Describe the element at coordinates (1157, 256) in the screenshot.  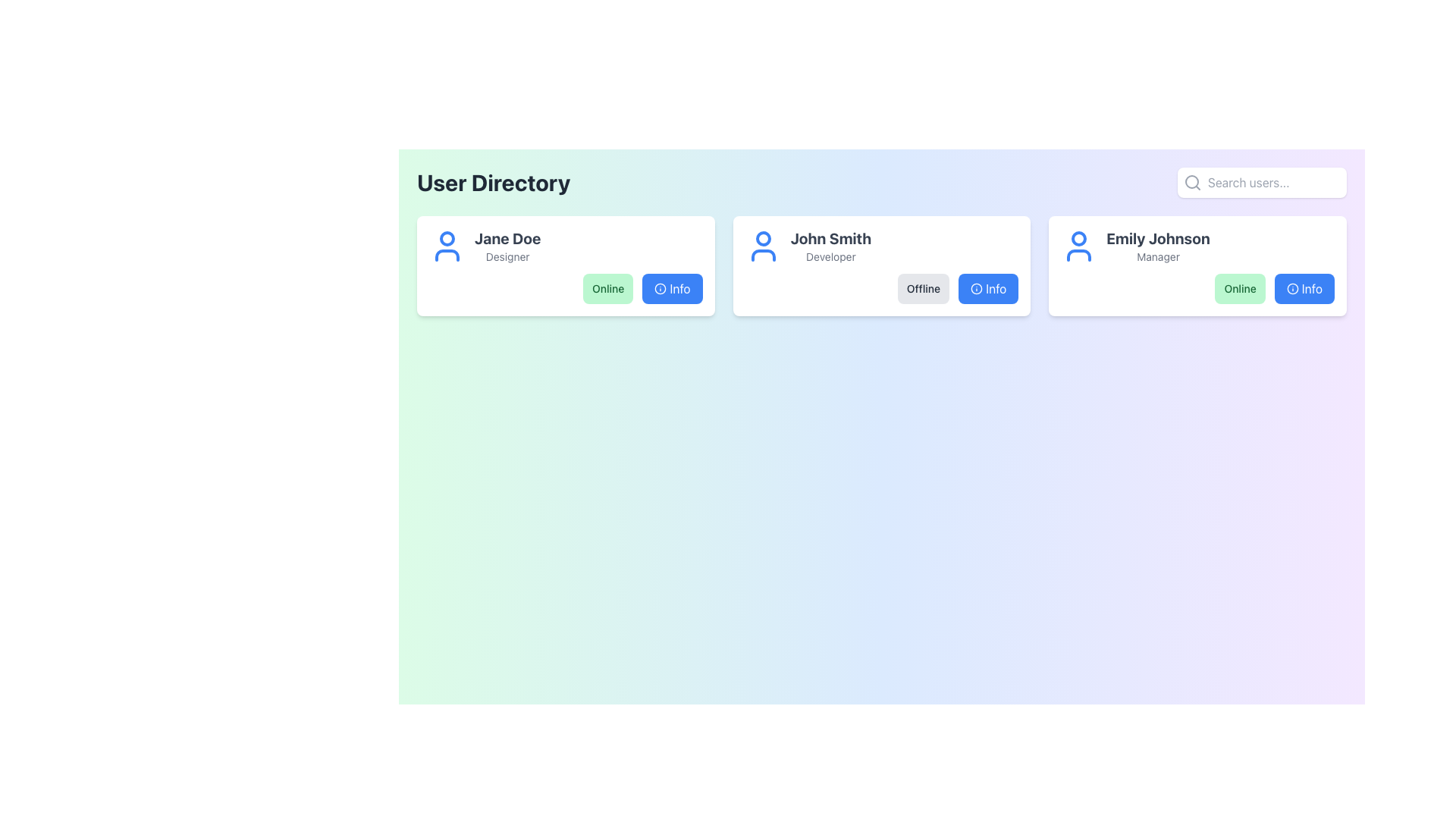
I see `the text label displaying 'Manager', which is located below the bold title 'Emily Johnson' in the far-right column of the interface` at that location.